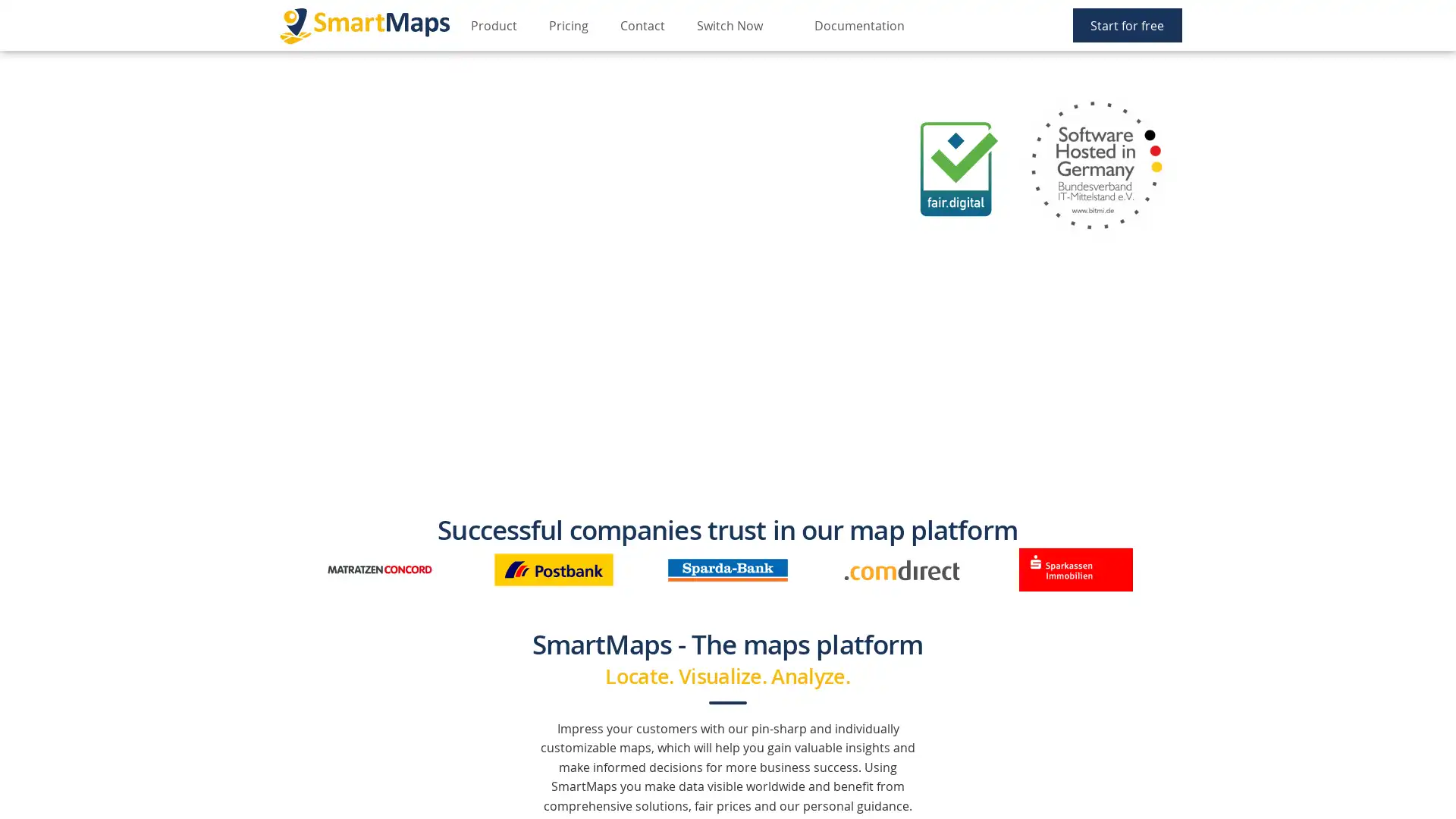 The image size is (1456, 819). I want to click on Zoom out, so click(20, 93).